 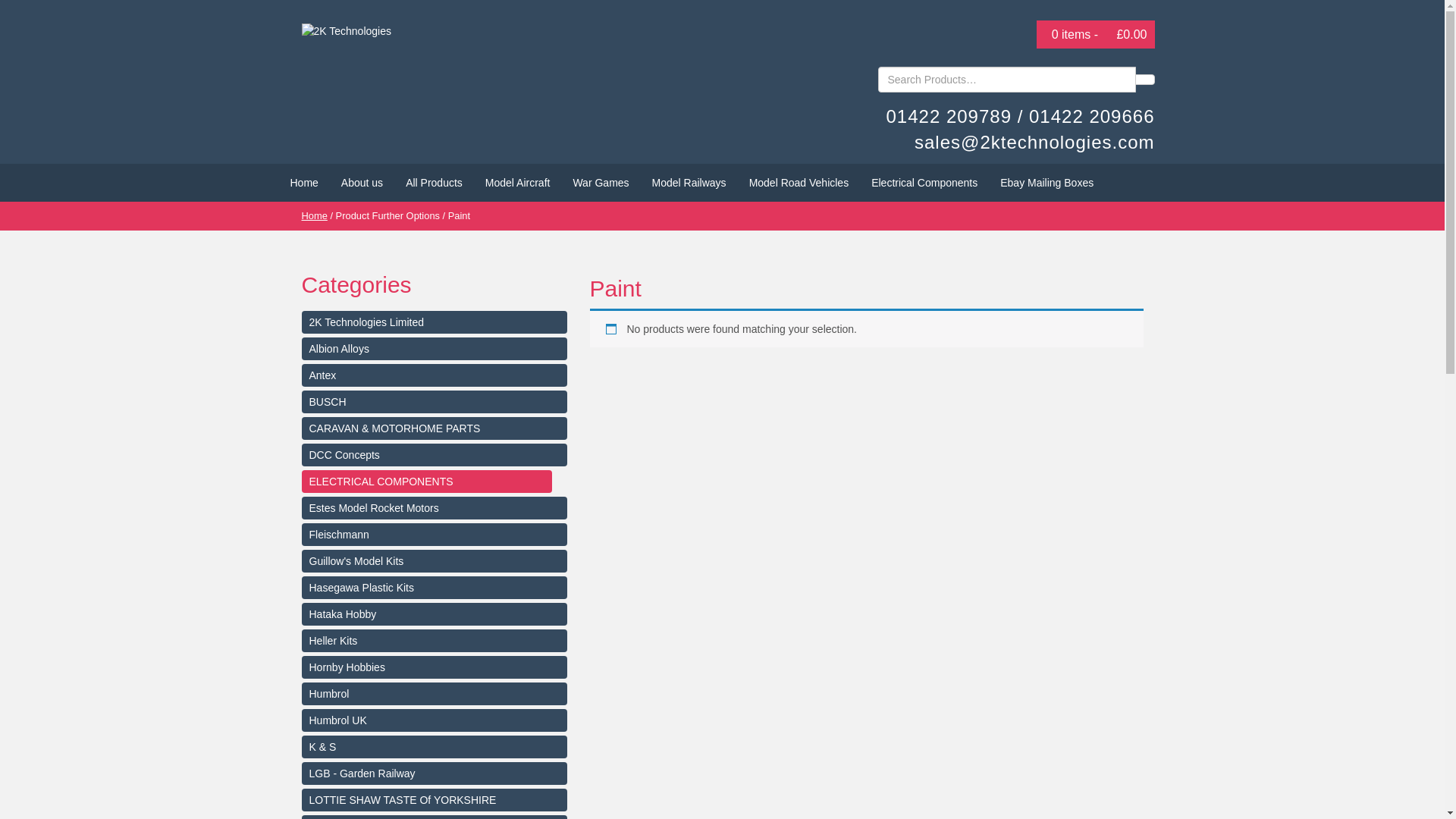 I want to click on 'Search', so click(x=1144, y=79).